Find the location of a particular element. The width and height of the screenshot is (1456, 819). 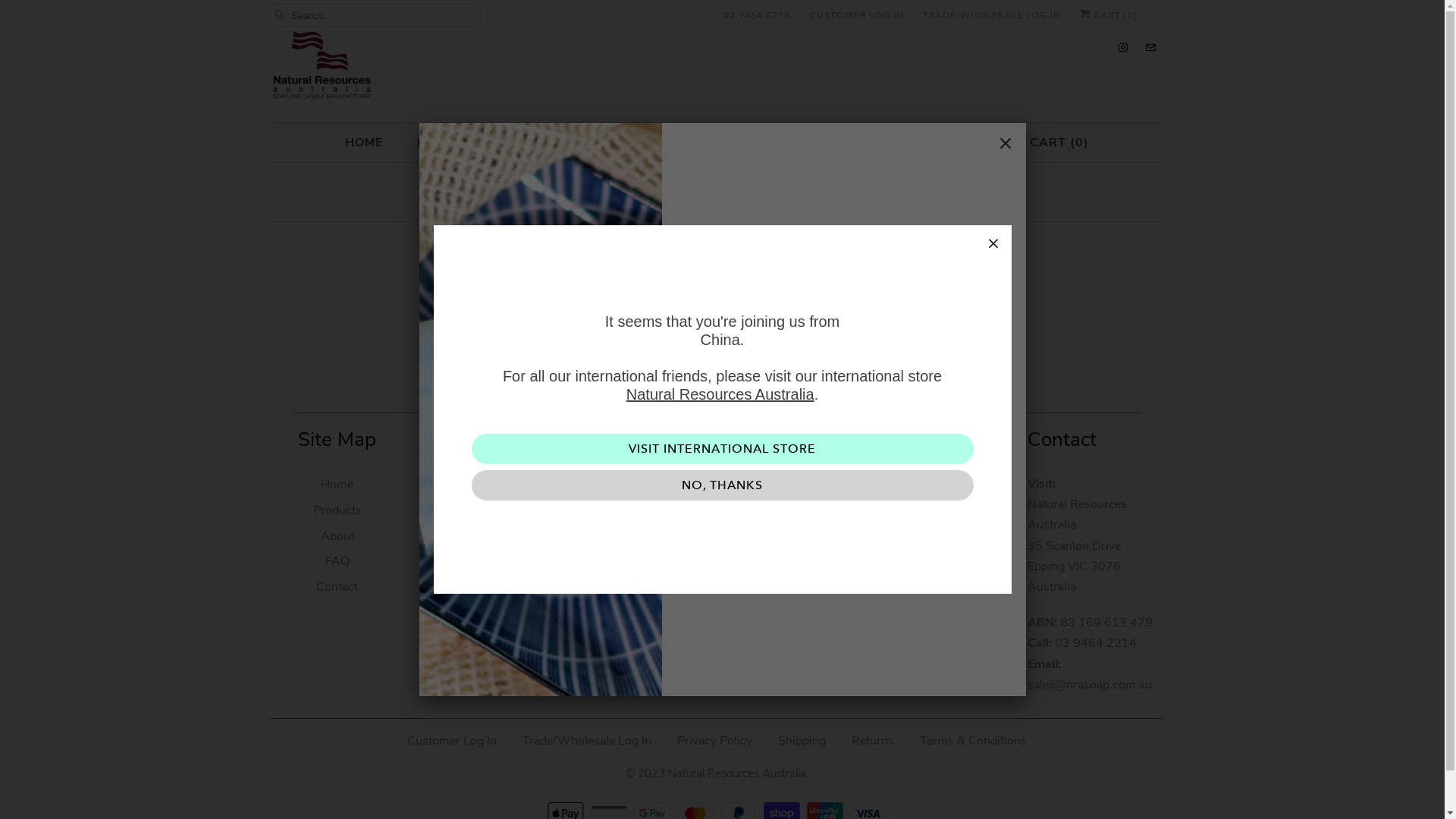

'Customer Log In' is located at coordinates (450, 739).